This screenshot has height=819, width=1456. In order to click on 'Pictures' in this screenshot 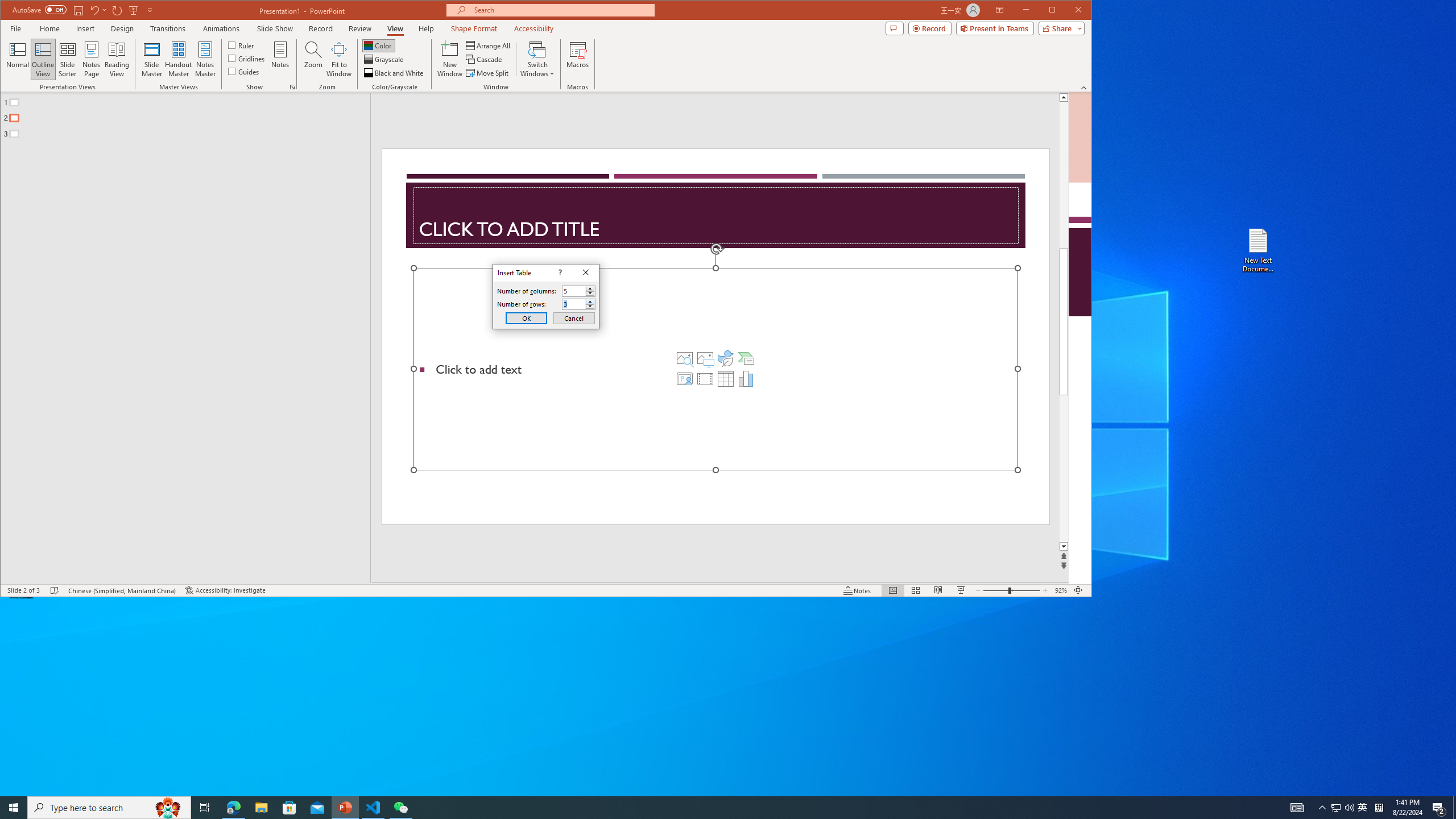, I will do `click(705, 358)`.